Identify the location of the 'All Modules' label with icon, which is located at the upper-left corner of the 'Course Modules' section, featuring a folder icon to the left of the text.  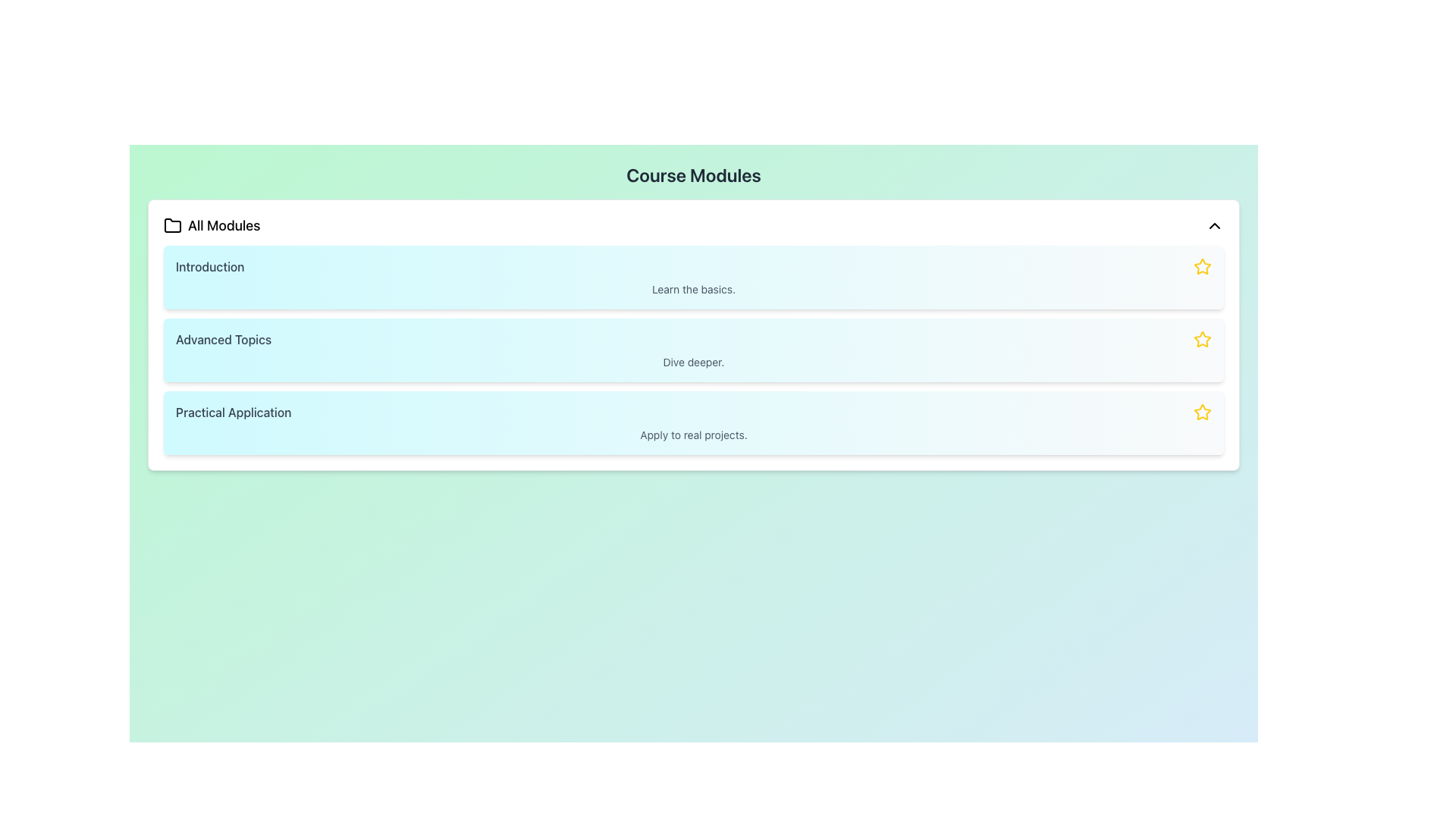
(211, 225).